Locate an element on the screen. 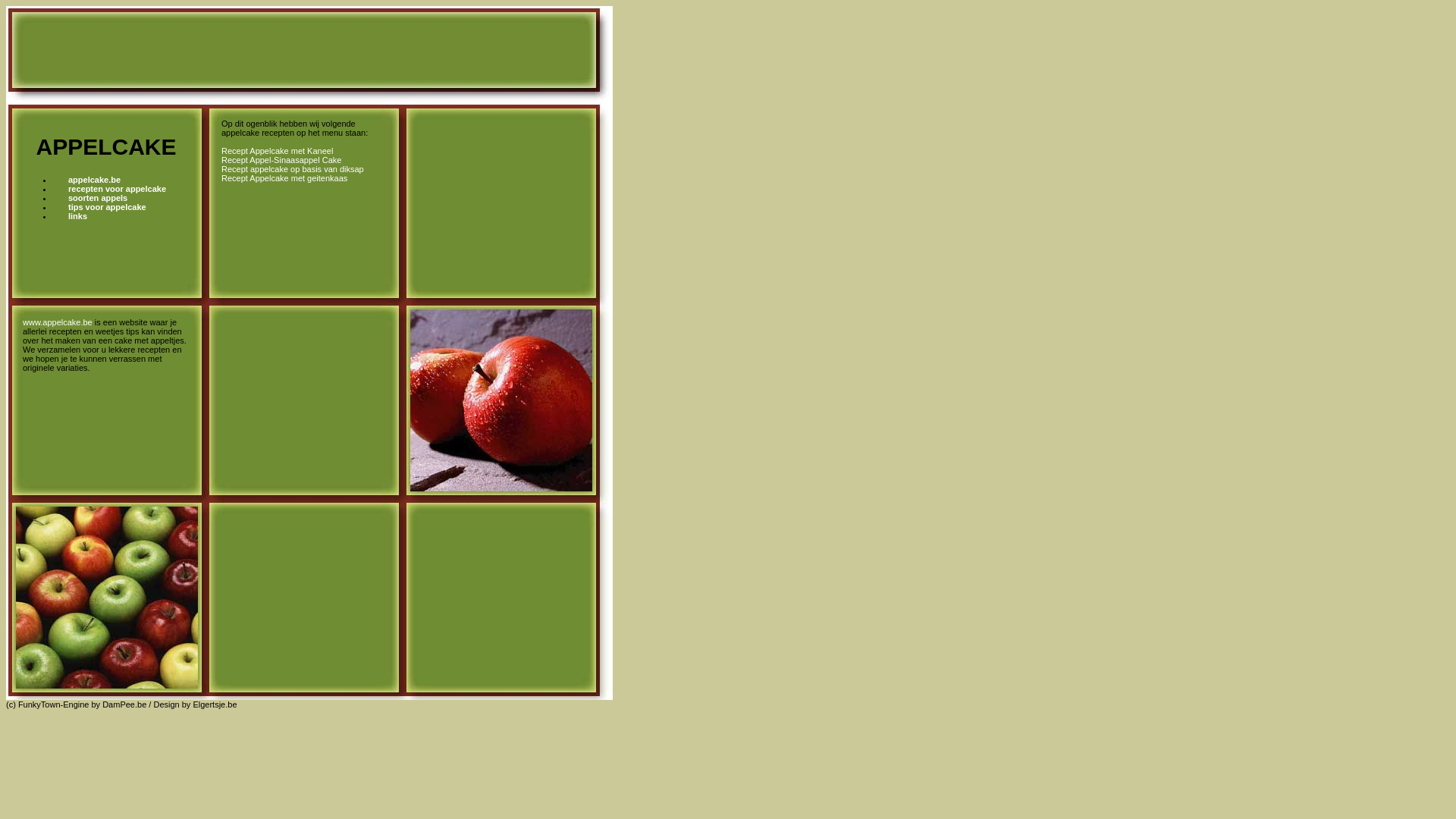 This screenshot has width=1456, height=819. 'Recept Appelcake met Kaneel' is located at coordinates (277, 151).